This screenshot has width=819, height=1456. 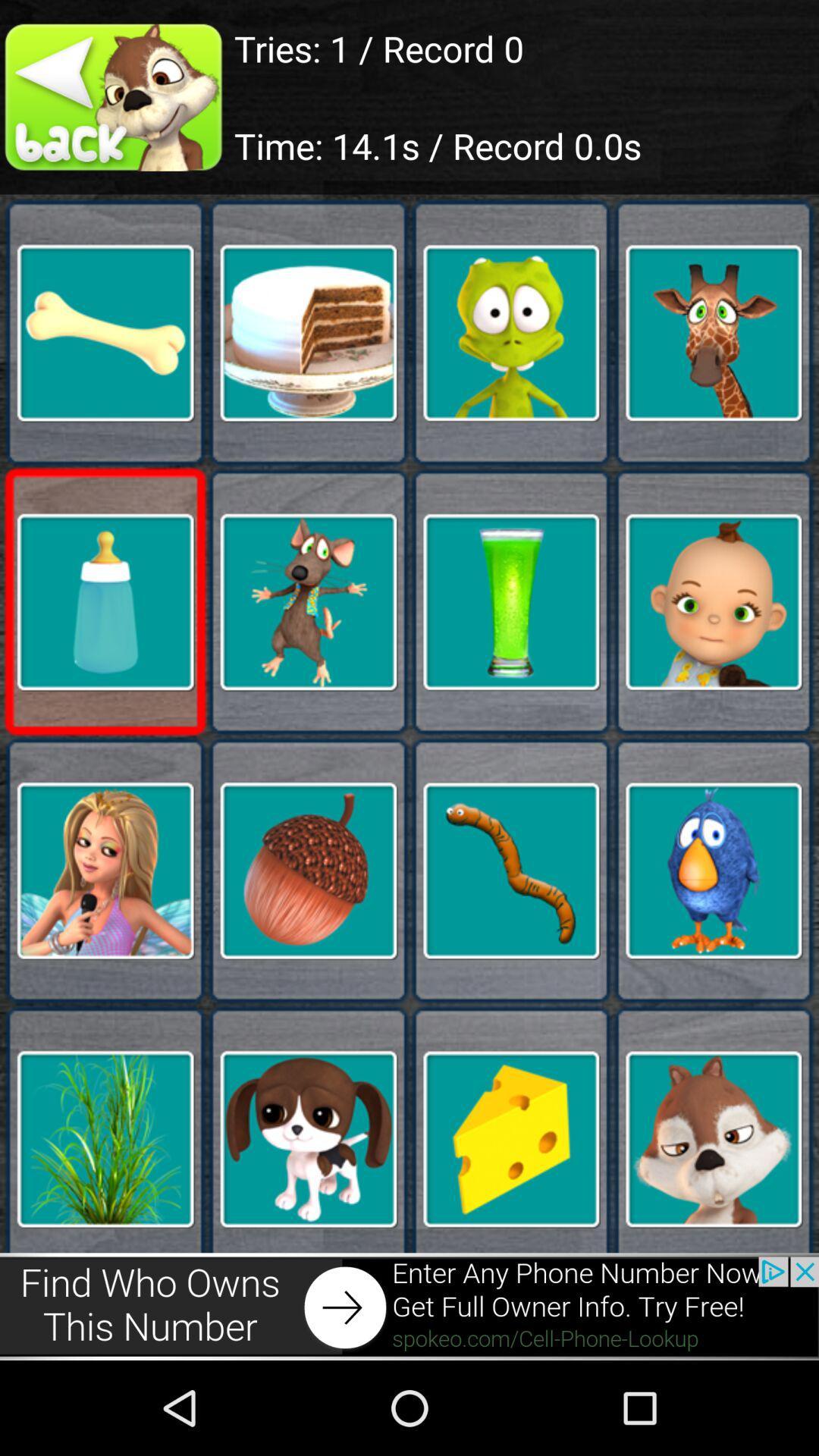 I want to click on go back, so click(x=116, y=96).